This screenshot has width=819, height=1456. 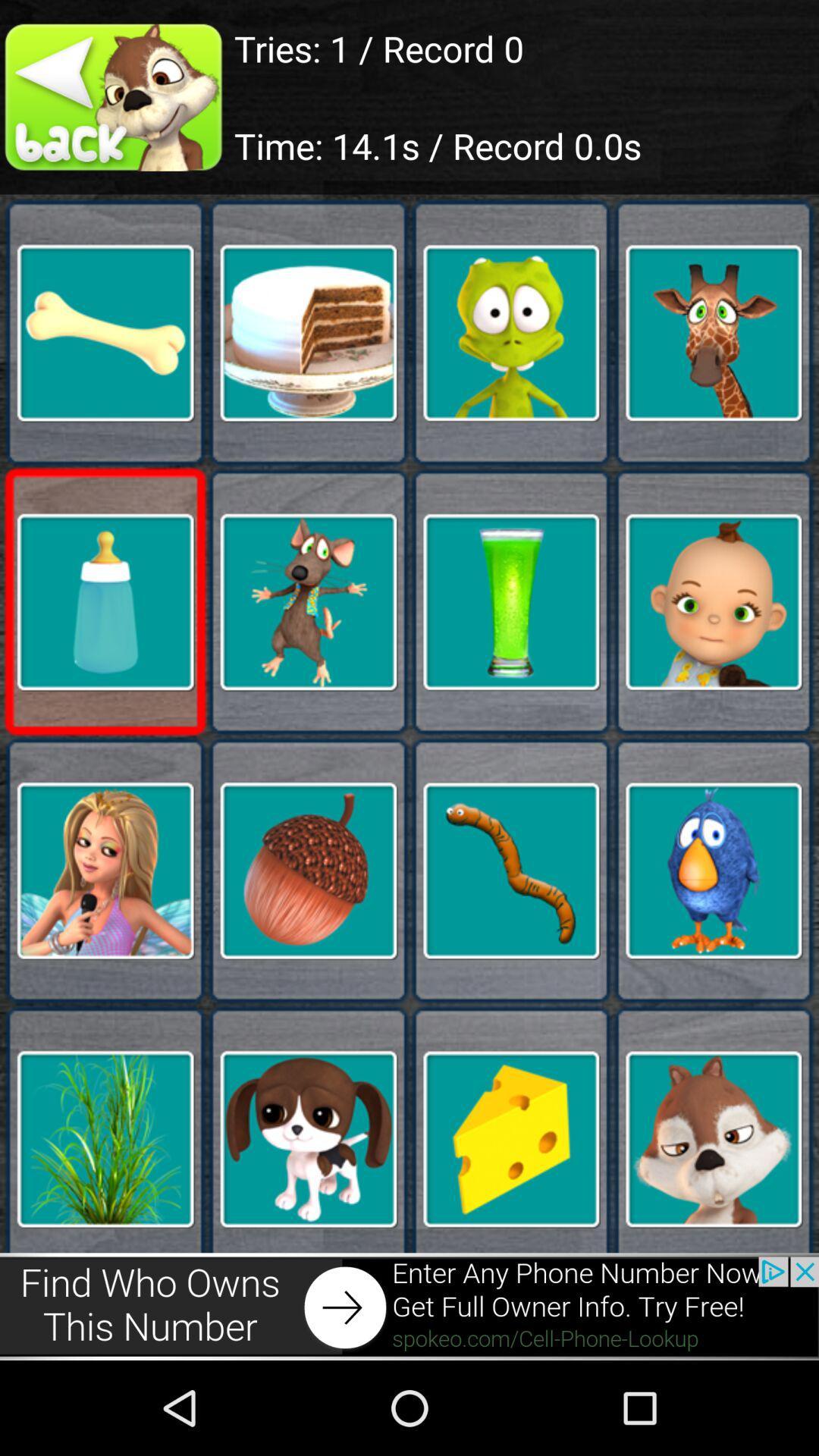 I want to click on go back, so click(x=116, y=96).